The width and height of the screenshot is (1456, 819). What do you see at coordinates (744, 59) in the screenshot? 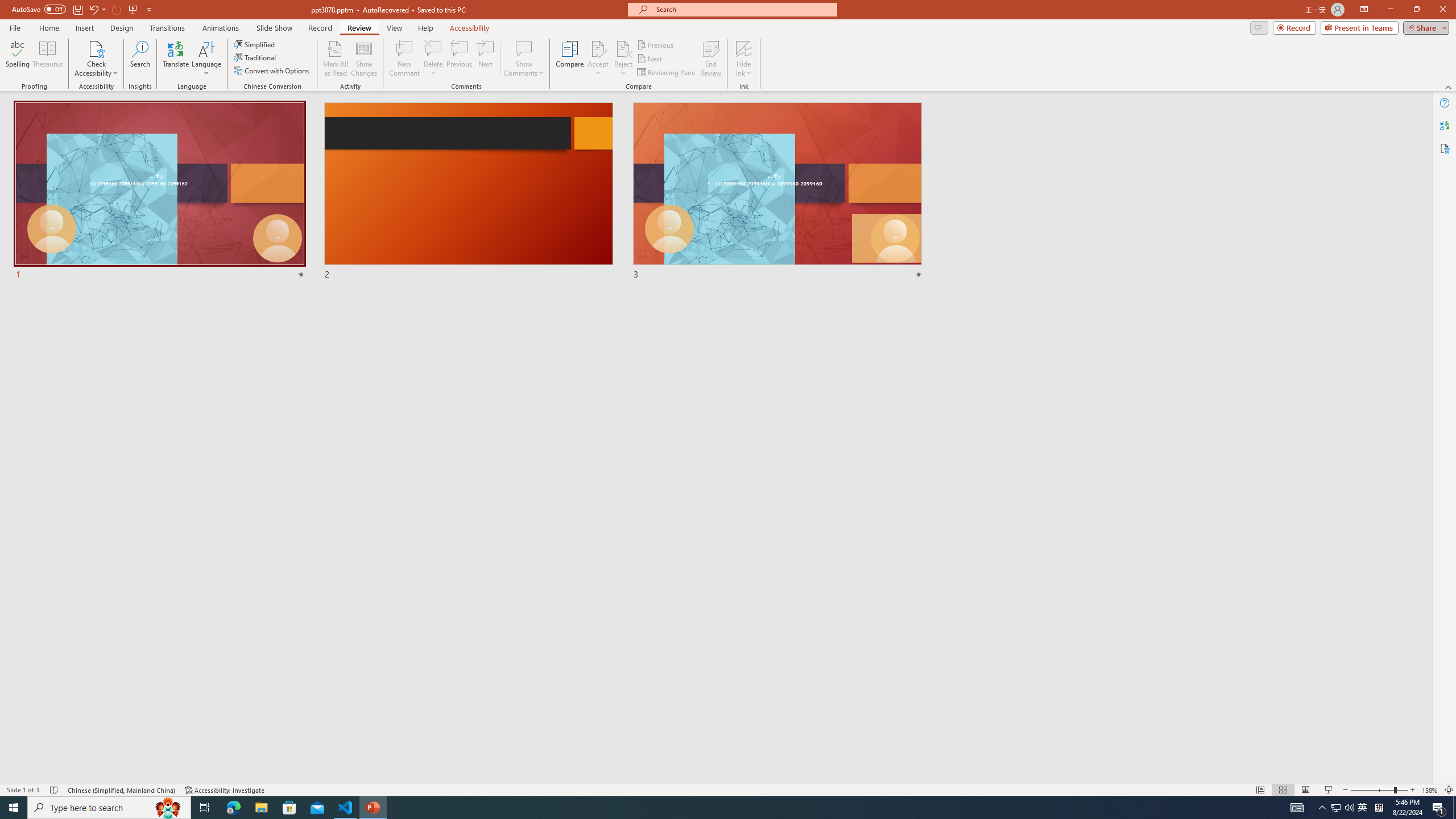
I see `'Hide Ink'` at bounding box center [744, 59].